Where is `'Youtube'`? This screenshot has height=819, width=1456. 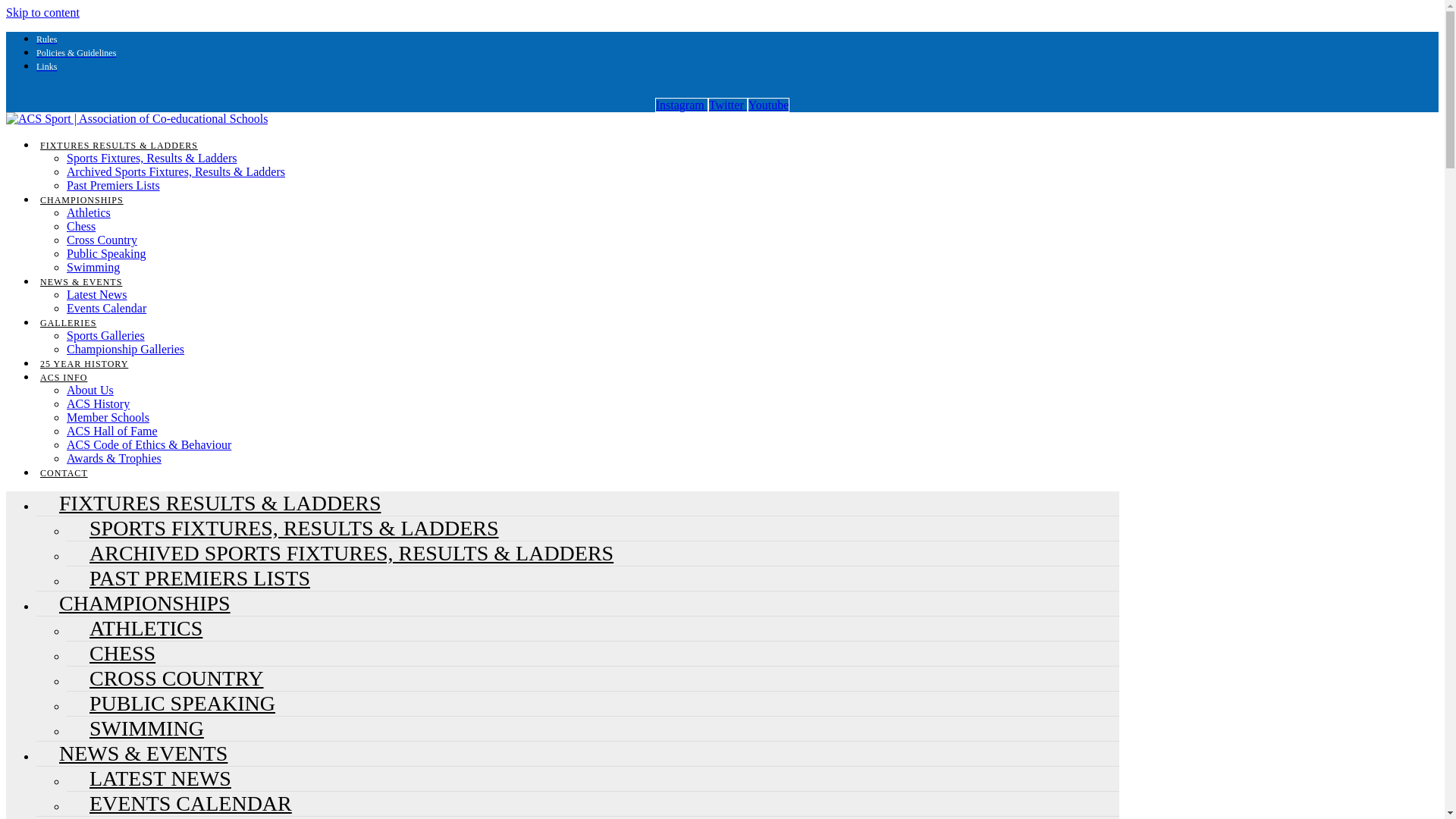
'Youtube' is located at coordinates (768, 104).